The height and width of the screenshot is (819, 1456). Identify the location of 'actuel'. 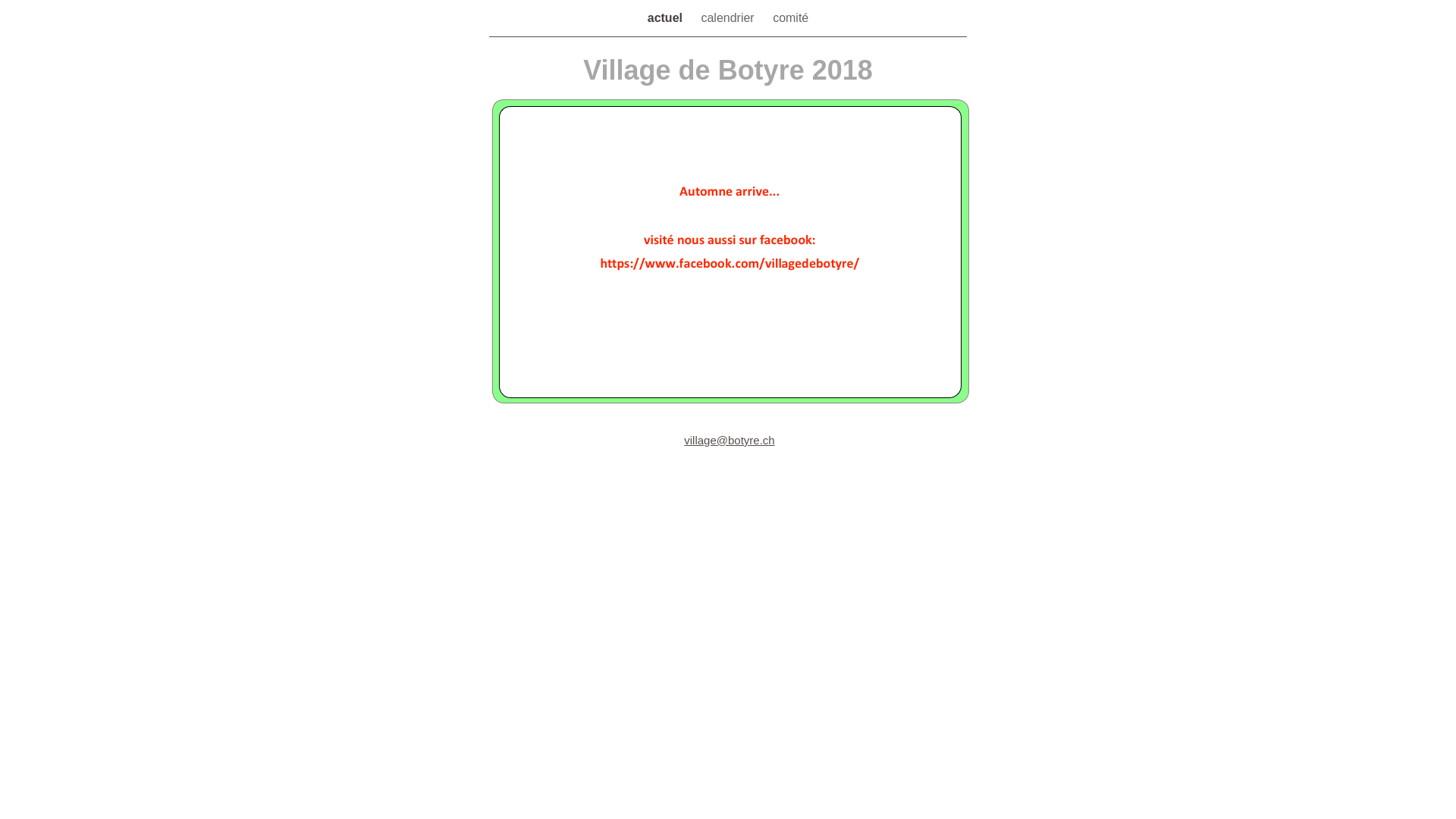
(667, 17).